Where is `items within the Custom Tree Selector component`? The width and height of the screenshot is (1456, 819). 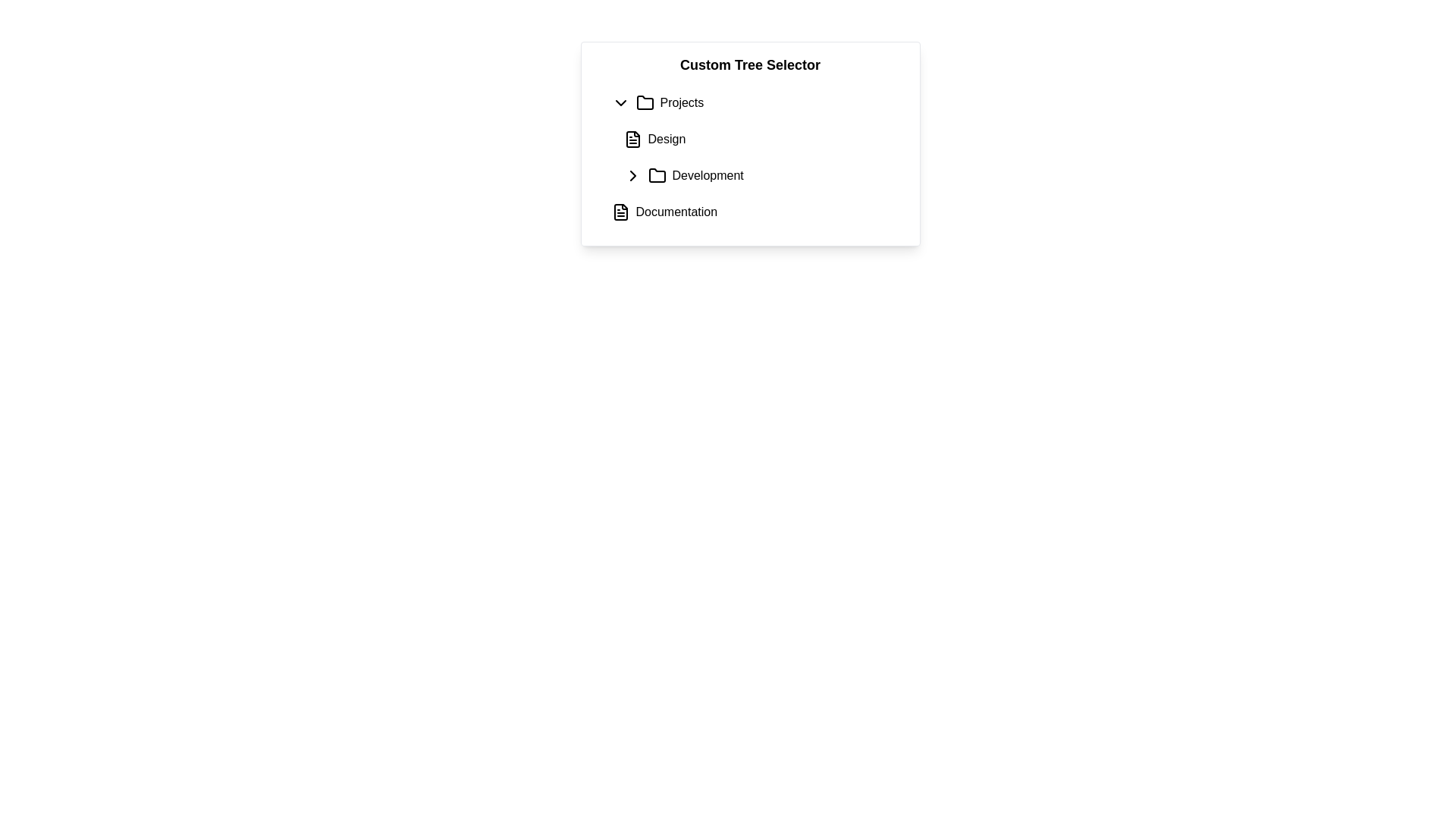
items within the Custom Tree Selector component is located at coordinates (750, 143).